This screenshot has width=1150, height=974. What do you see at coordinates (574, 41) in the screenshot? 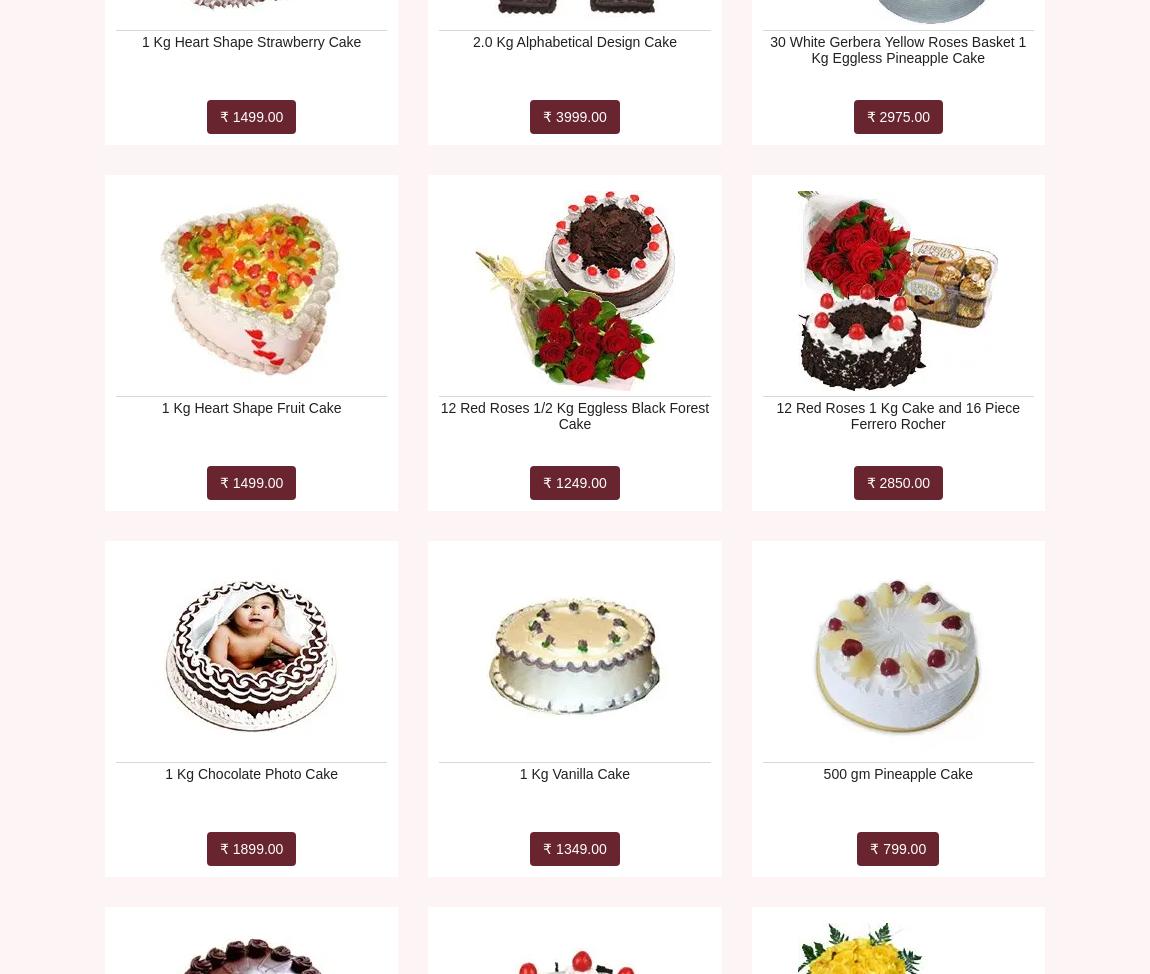
I see `'2.0 Kg Alphabetical Design Cake'` at bounding box center [574, 41].